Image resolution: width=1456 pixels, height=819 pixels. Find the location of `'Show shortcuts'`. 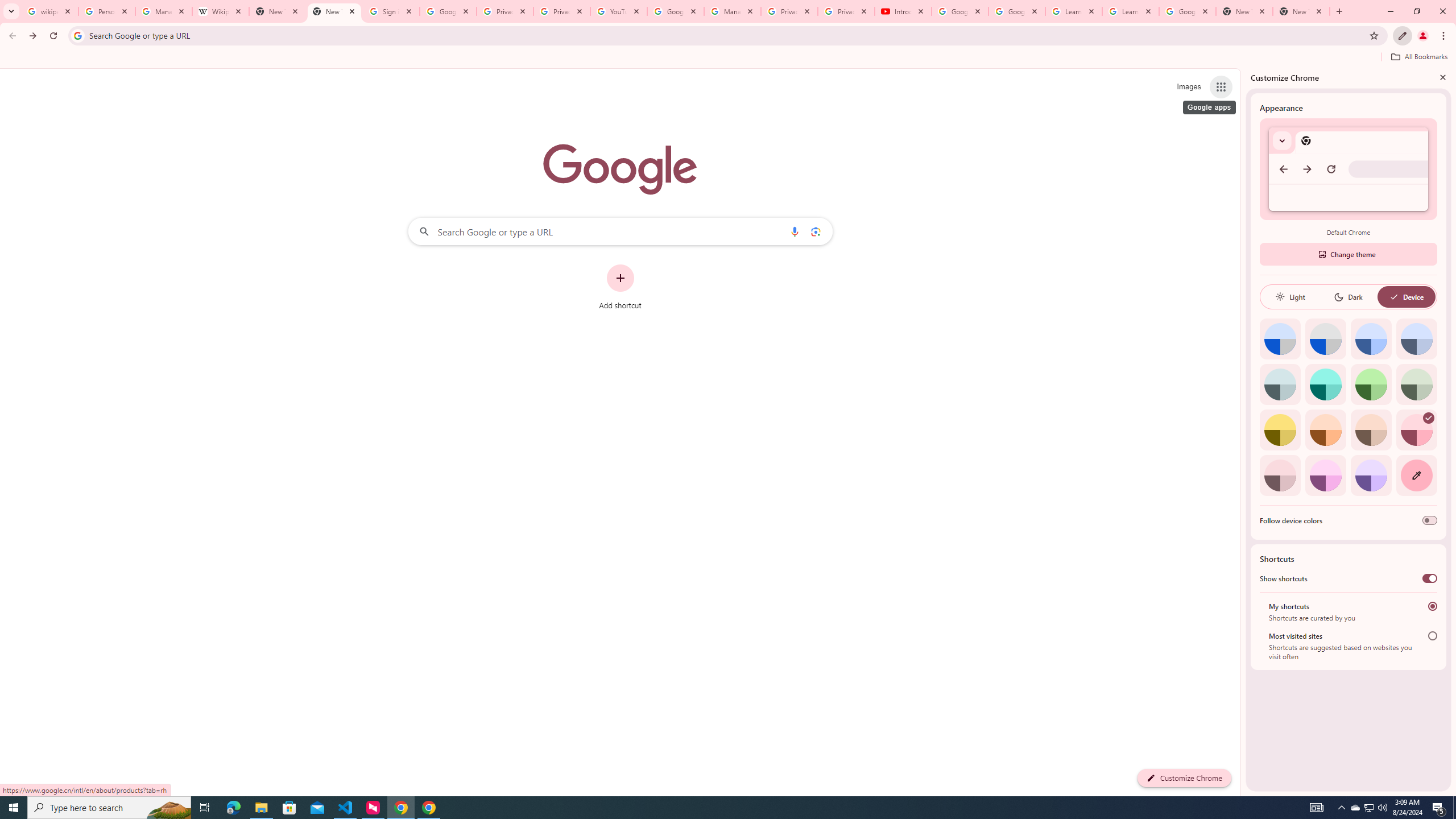

'Show shortcuts' is located at coordinates (1429, 578).